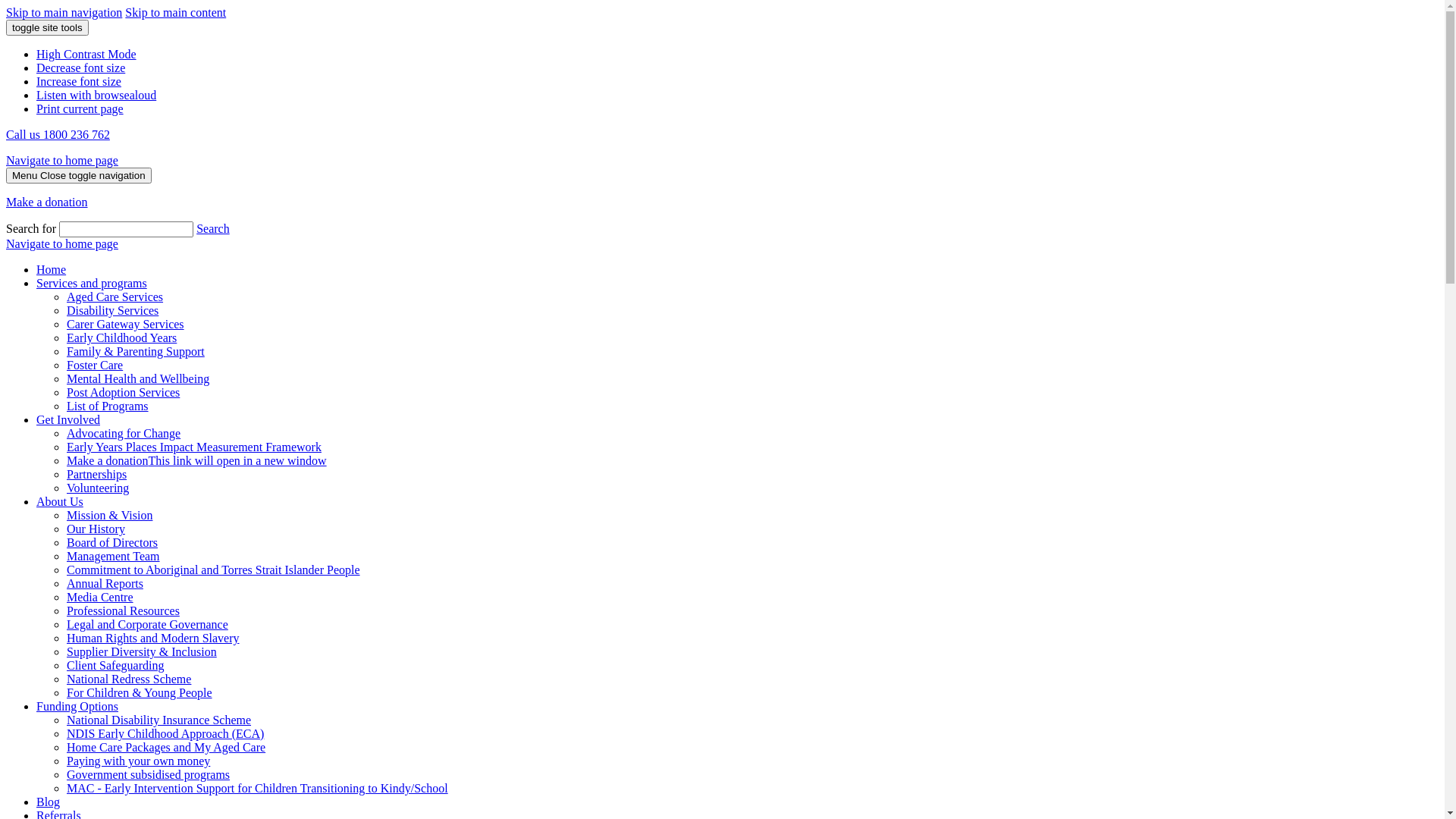 The image size is (1456, 819). What do you see at coordinates (76, 706) in the screenshot?
I see `'Funding Options'` at bounding box center [76, 706].